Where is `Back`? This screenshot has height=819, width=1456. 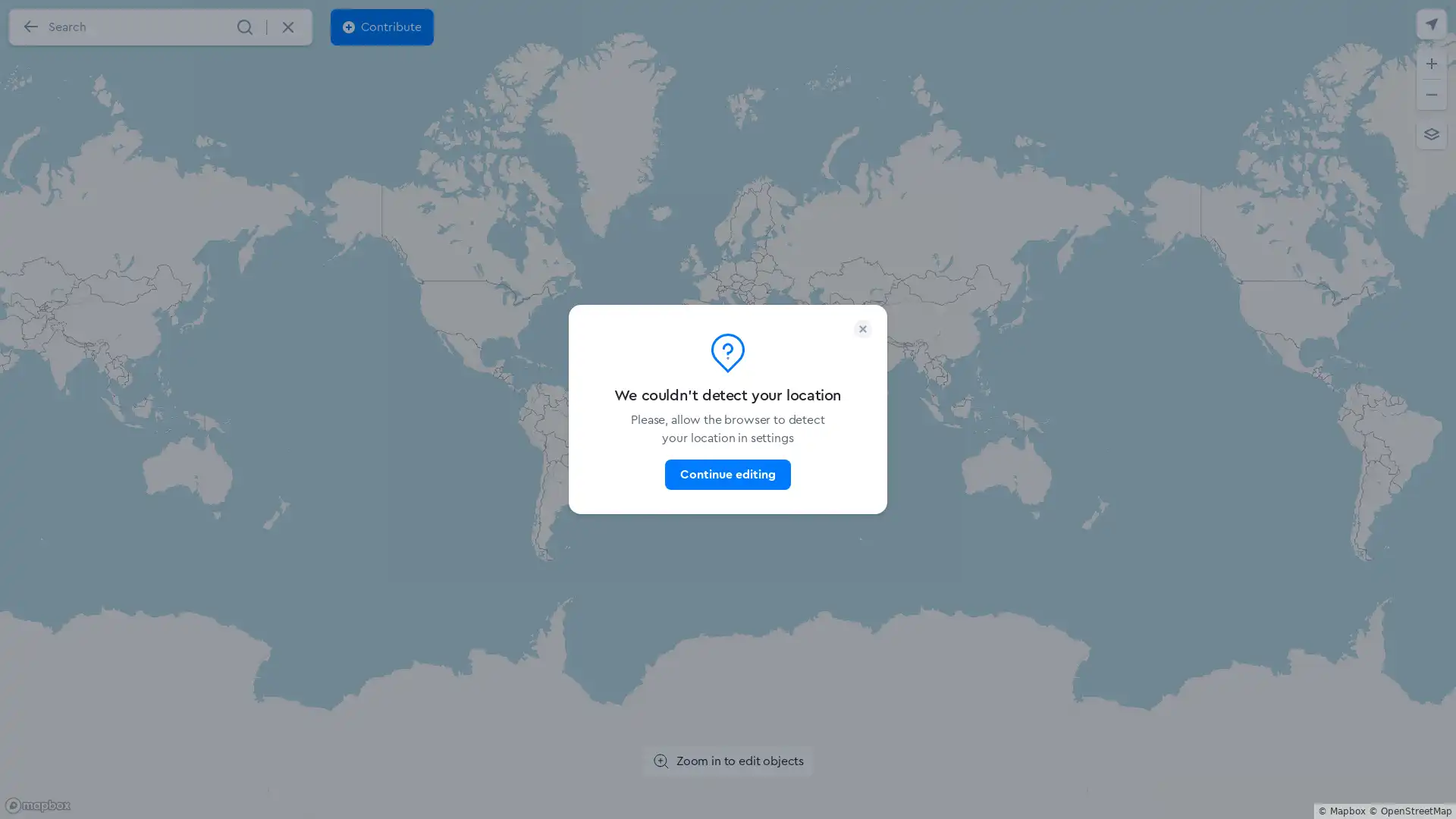
Back is located at coordinates (30, 27).